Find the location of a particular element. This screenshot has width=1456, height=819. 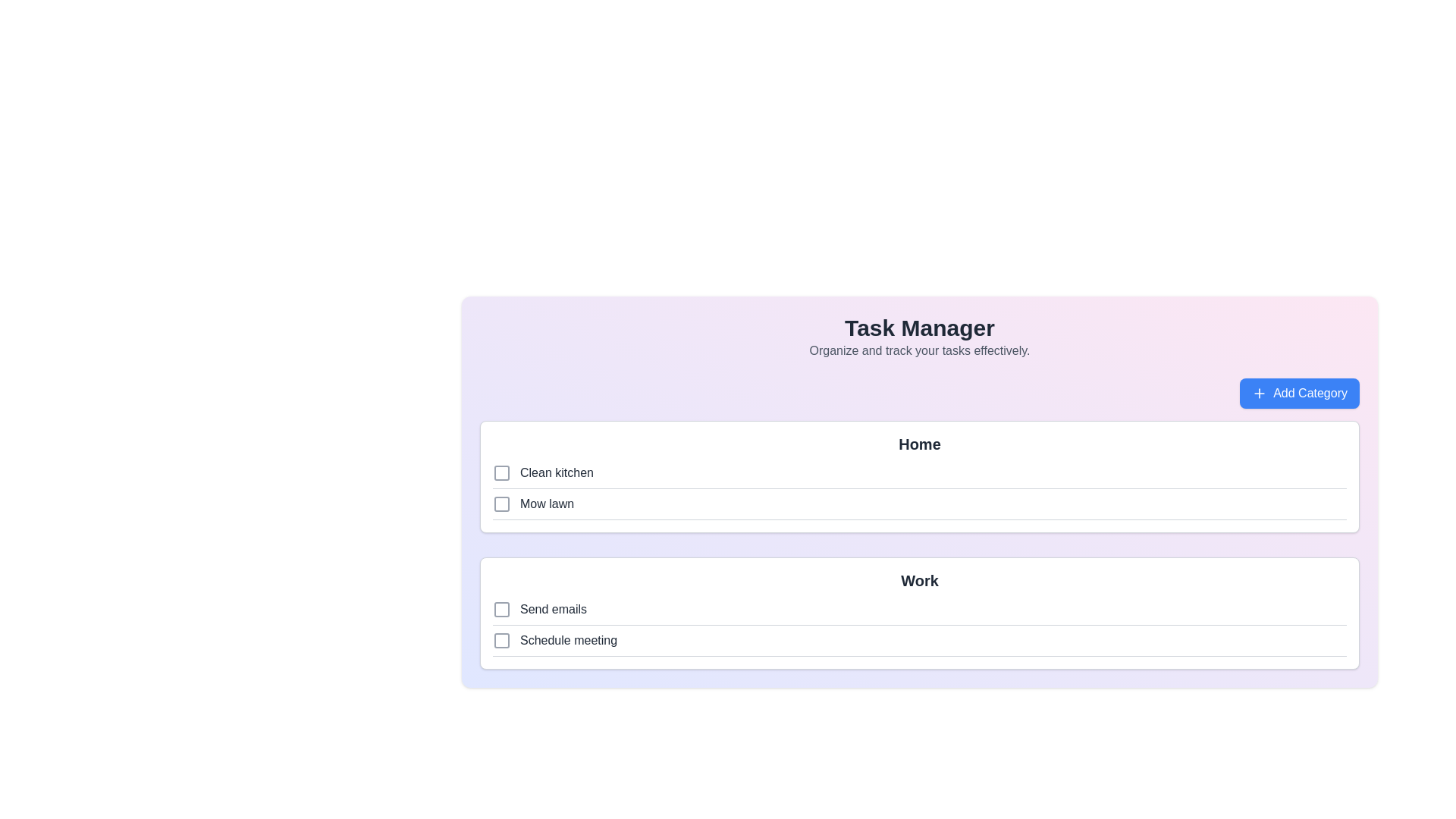

the Checkbox part (SVG graphical element) located before the 'Schedule meeting' text in the 'Work' section of the task list to trigger a tooltip or highlight effect is located at coordinates (502, 640).